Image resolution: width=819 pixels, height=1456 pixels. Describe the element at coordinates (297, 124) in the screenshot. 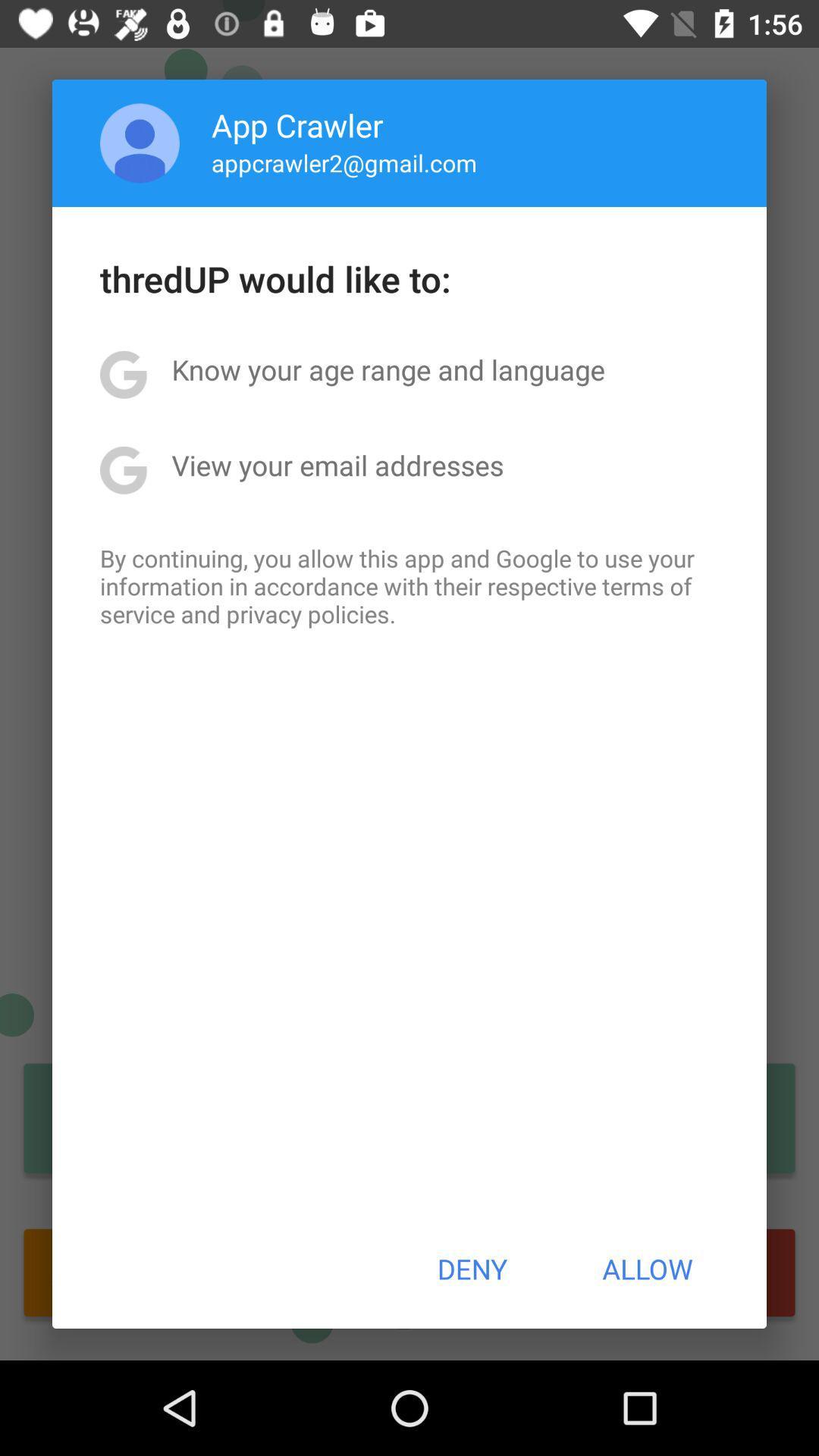

I see `app crawler` at that location.